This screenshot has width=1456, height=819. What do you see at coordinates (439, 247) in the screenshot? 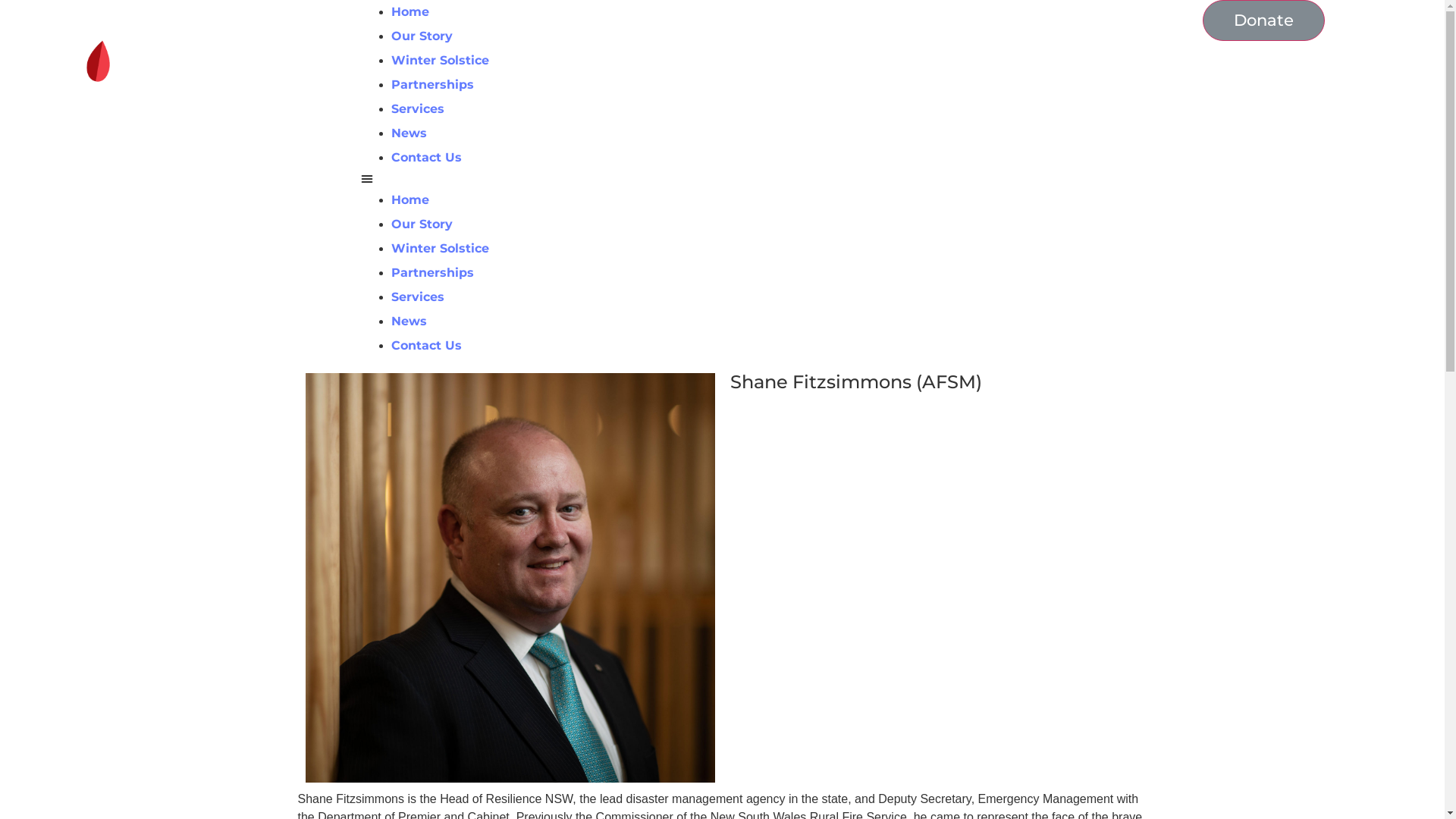
I see `'Winter Solstice'` at bounding box center [439, 247].